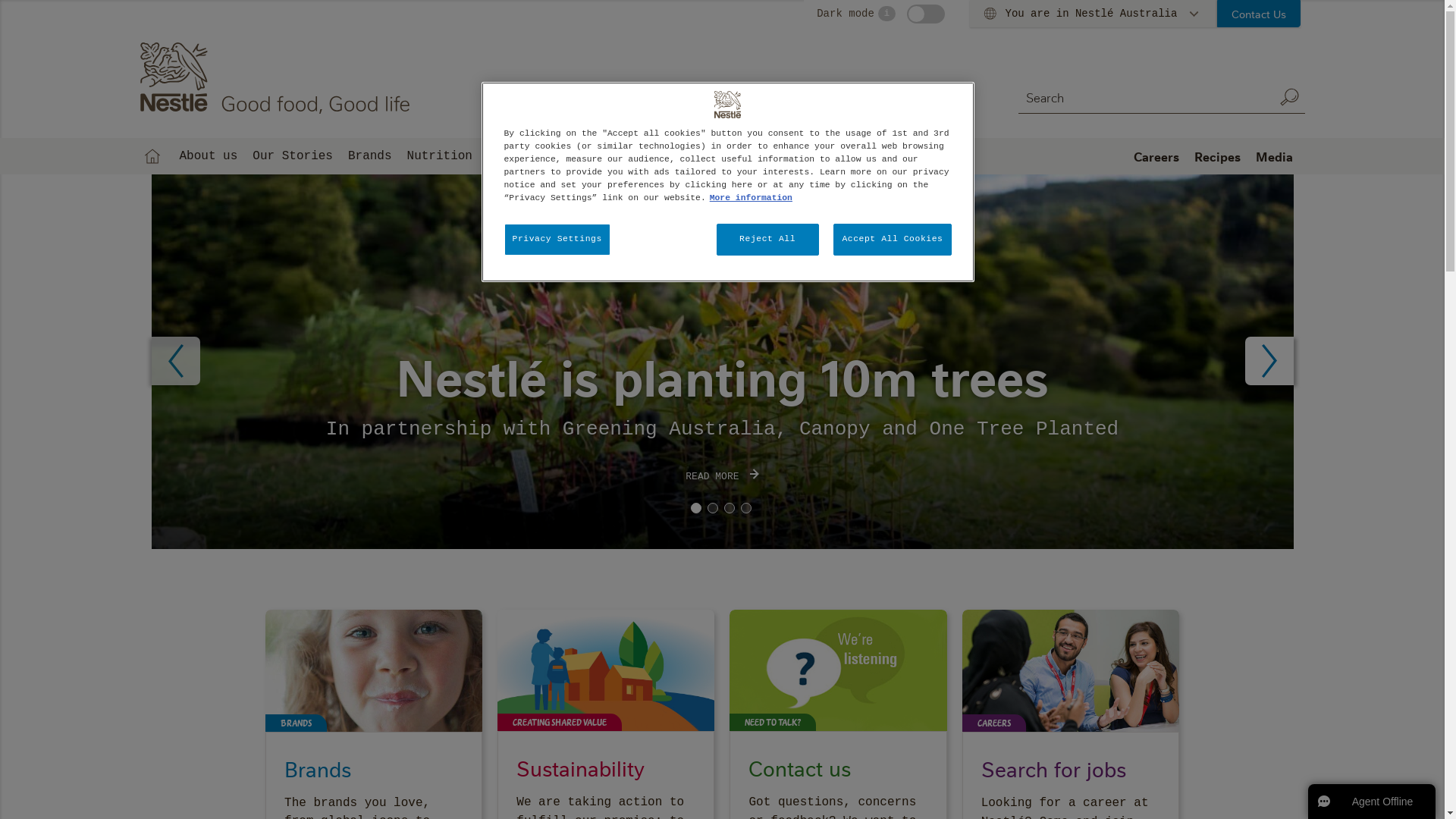  Describe the element at coordinates (726, 104) in the screenshot. I see `'Company Logo'` at that location.